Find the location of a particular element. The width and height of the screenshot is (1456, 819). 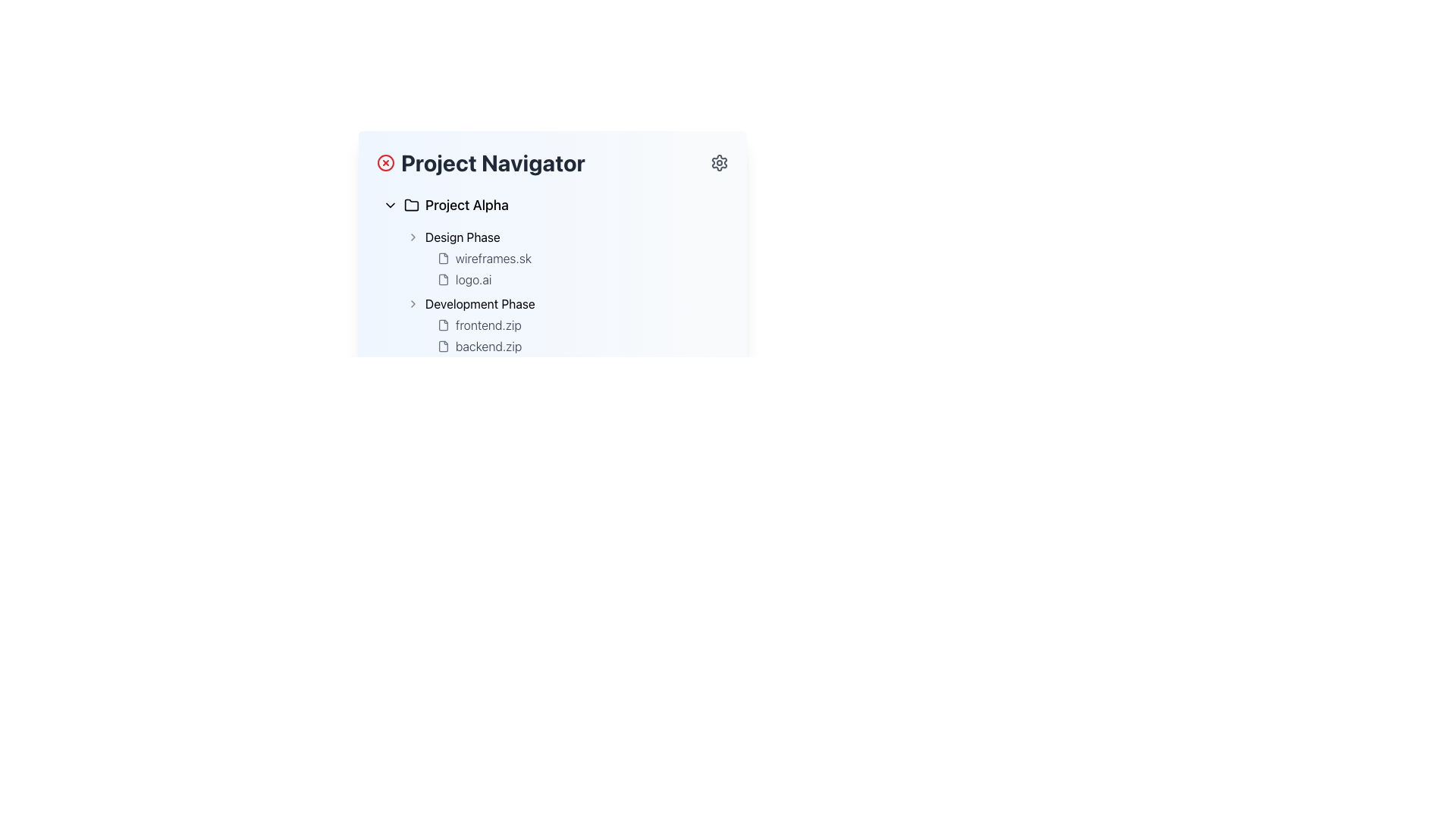

the chevron icon located to the left of the text 'Development Phase' is located at coordinates (413, 304).